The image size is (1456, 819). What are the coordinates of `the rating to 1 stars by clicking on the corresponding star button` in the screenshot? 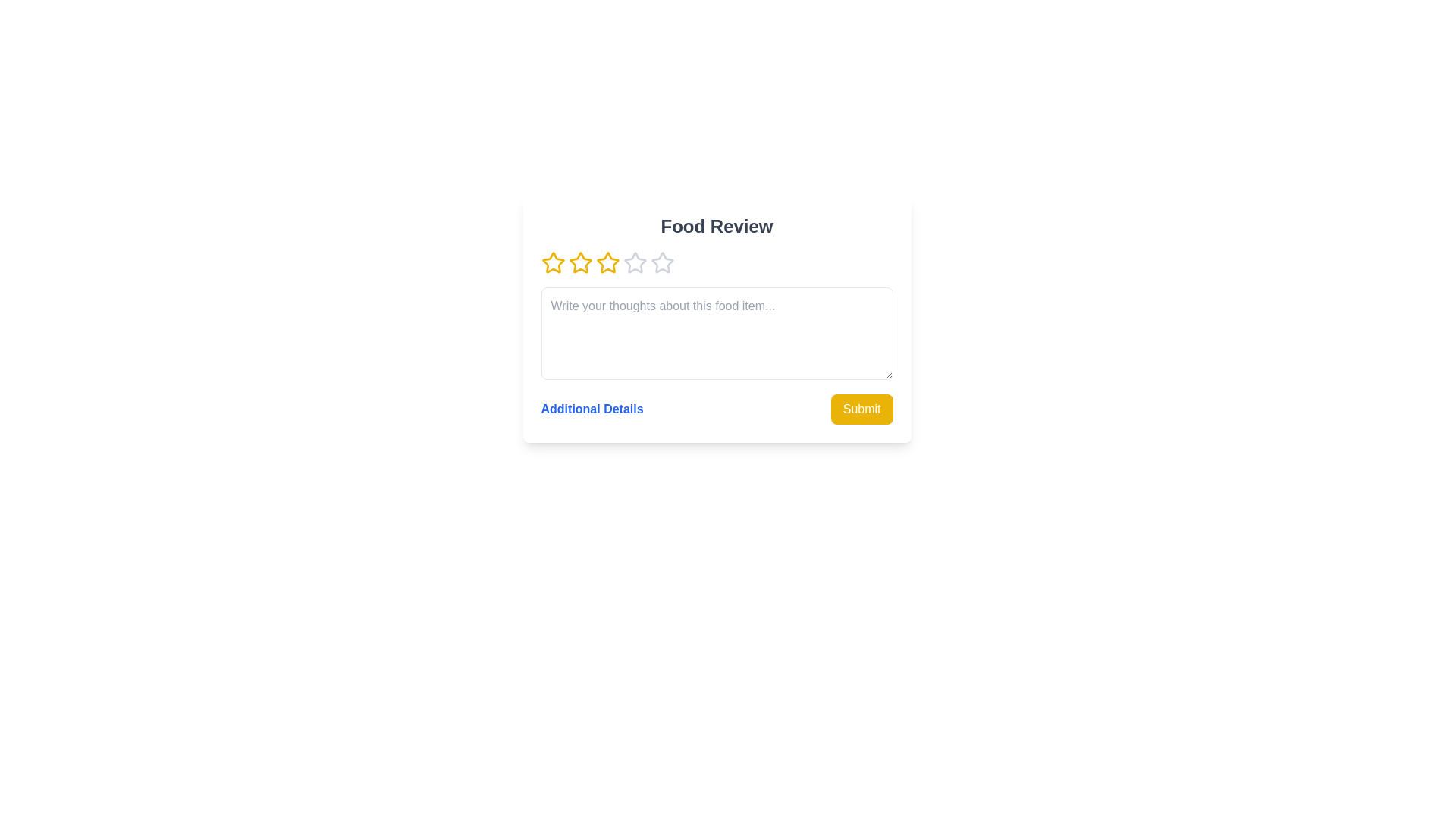 It's located at (552, 262).